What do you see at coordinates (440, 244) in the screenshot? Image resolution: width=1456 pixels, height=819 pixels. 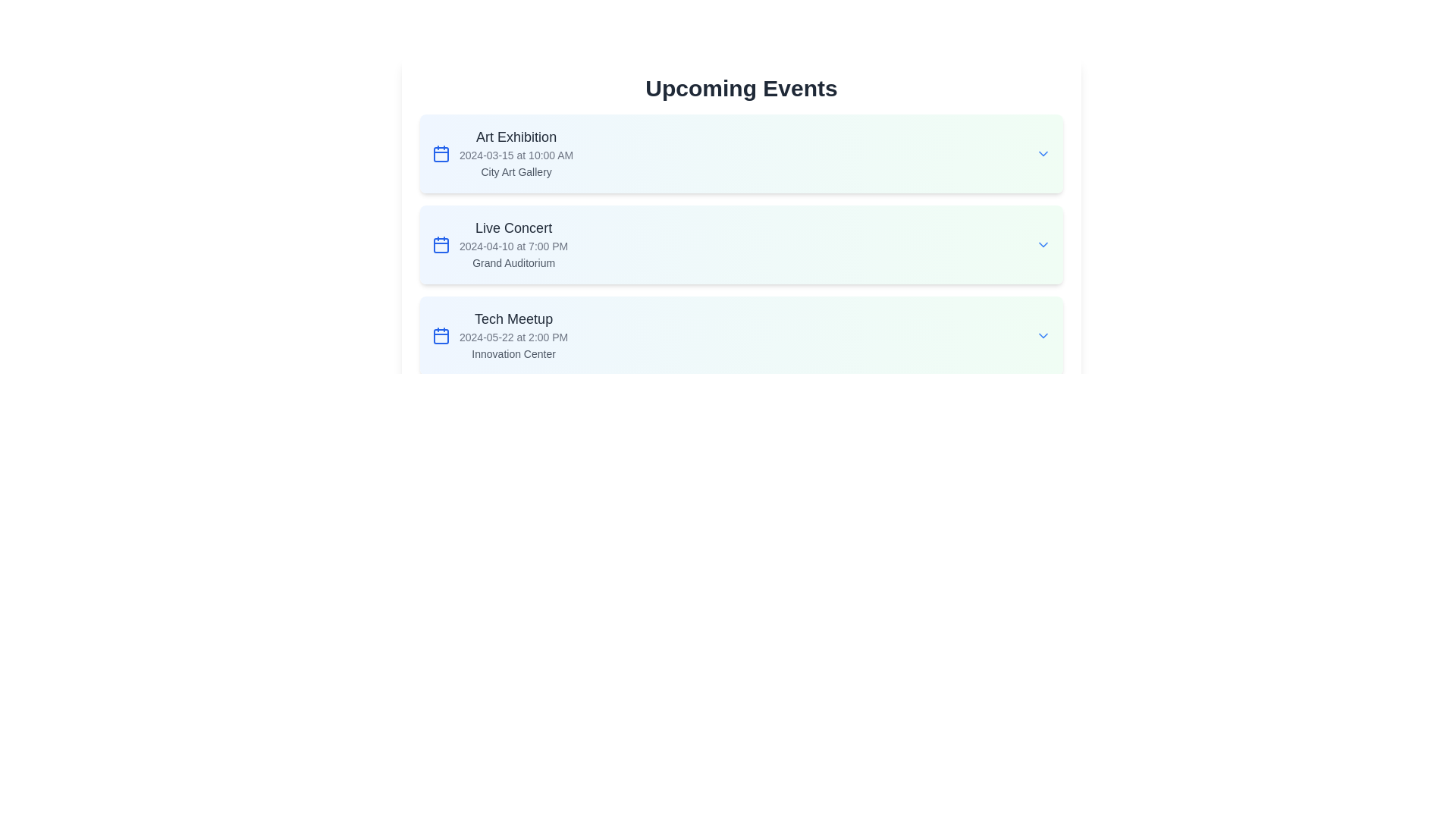 I see `the blue calendar icon in the 'Live Concert' section, located at the leftmost part next to '2024-04-10 at 7:00 PM'` at bounding box center [440, 244].